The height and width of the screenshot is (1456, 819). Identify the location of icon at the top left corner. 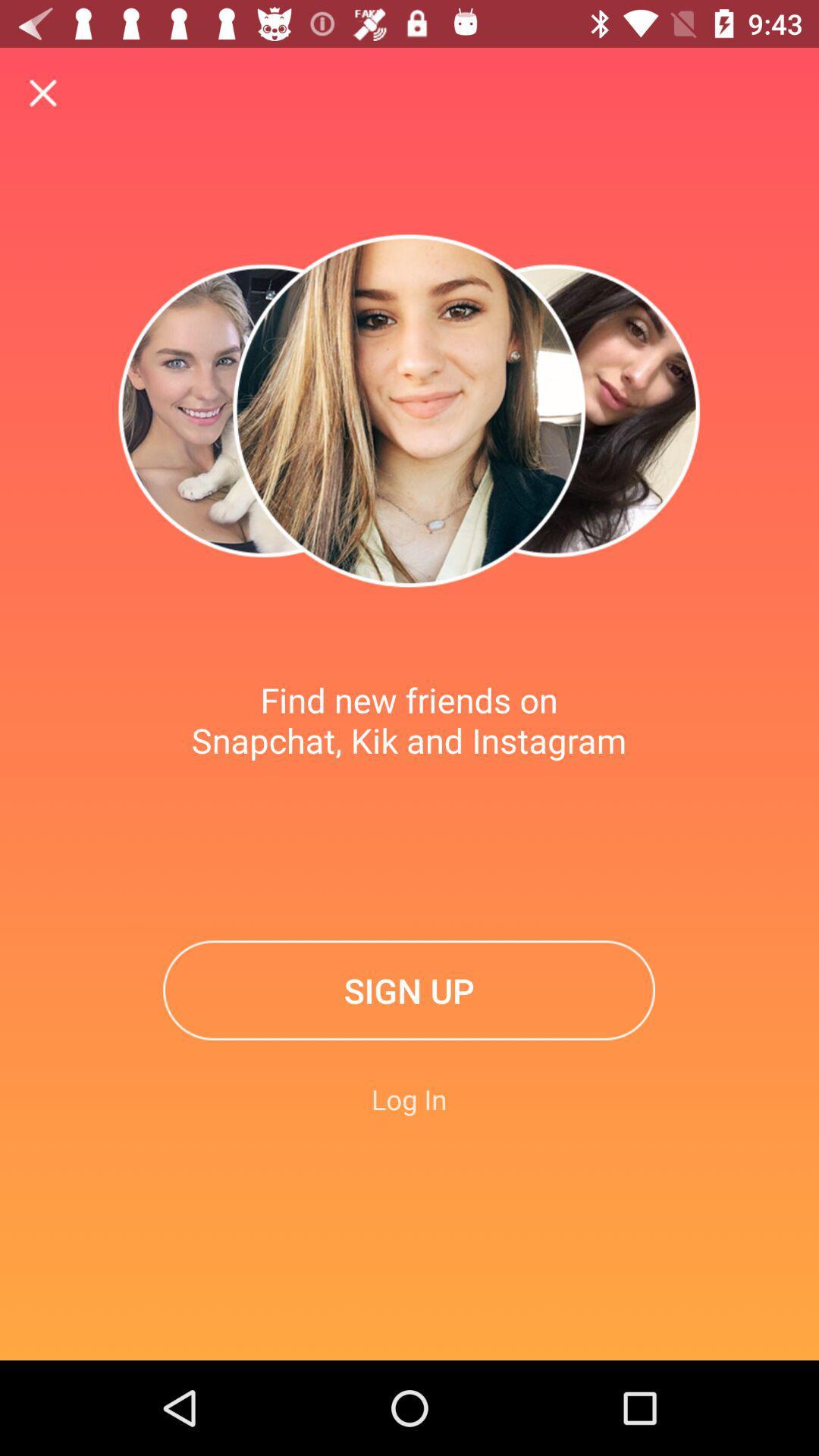
(42, 93).